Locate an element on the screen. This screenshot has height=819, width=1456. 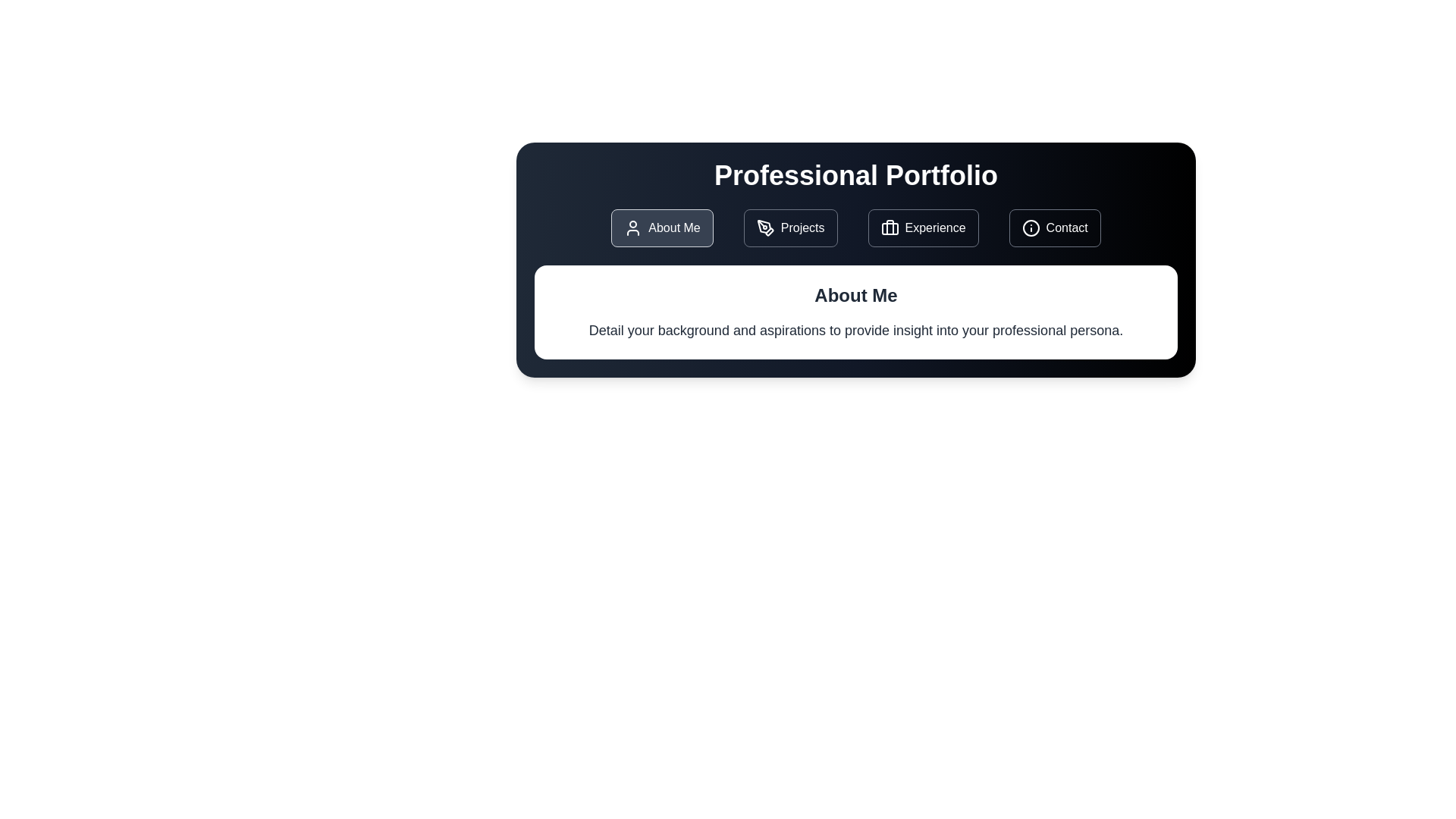
the Experience navigation icon, which is the third element in the row of navigation buttons under the 'Professional Portfolio' title is located at coordinates (890, 228).